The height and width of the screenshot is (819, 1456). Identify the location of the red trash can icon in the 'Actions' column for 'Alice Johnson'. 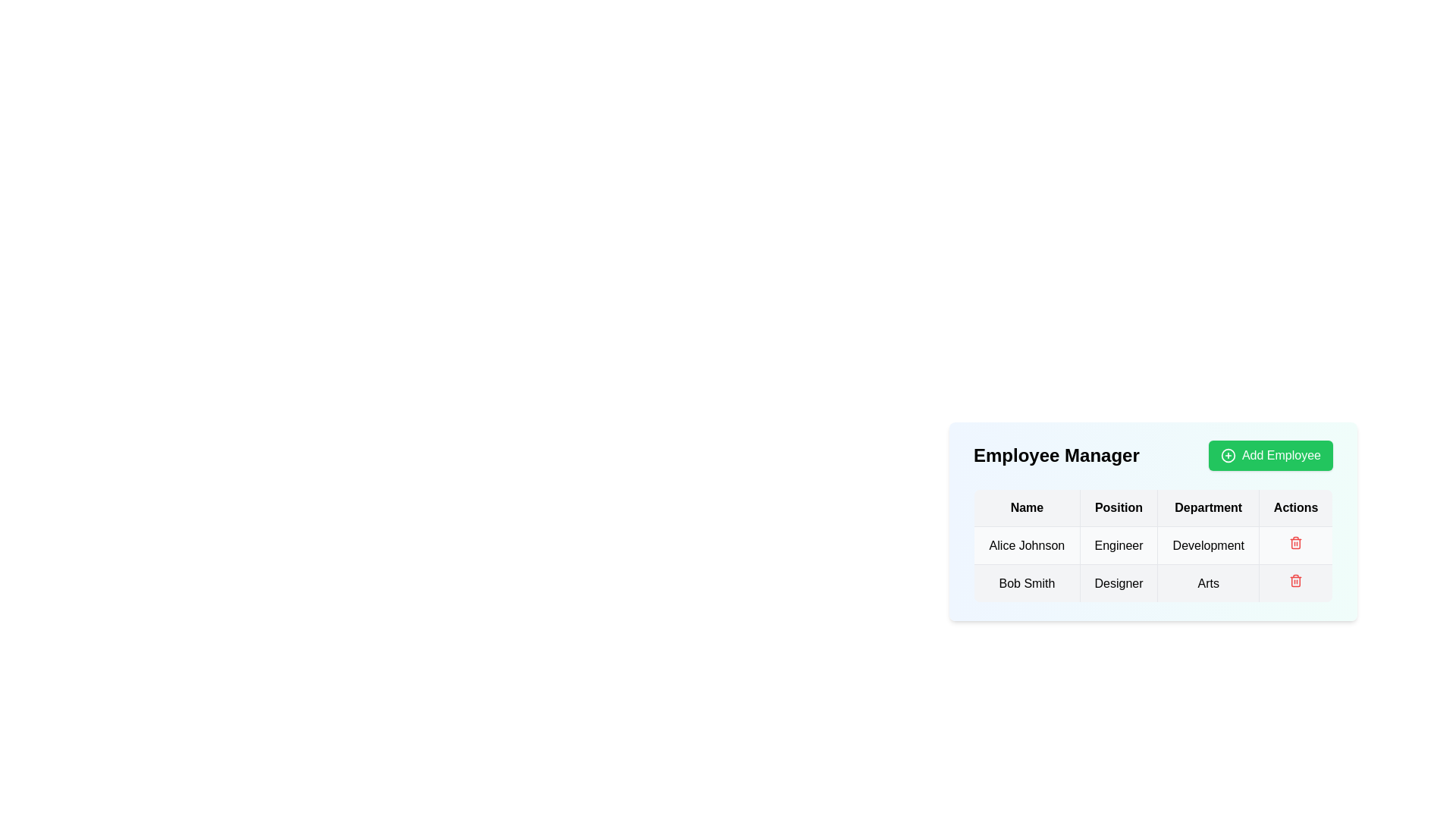
(1295, 544).